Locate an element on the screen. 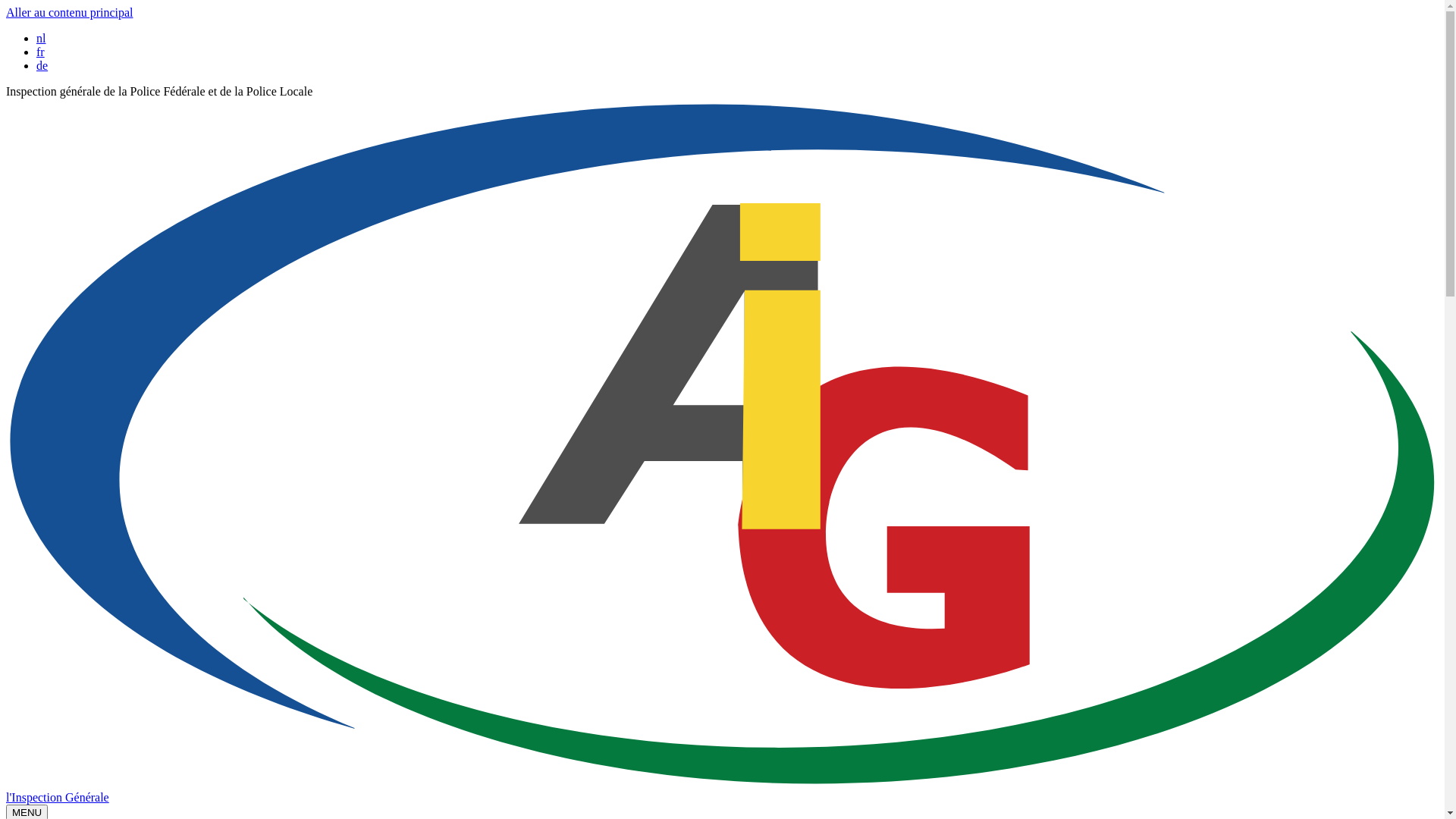  'Aller au contenu principal' is located at coordinates (68, 12).